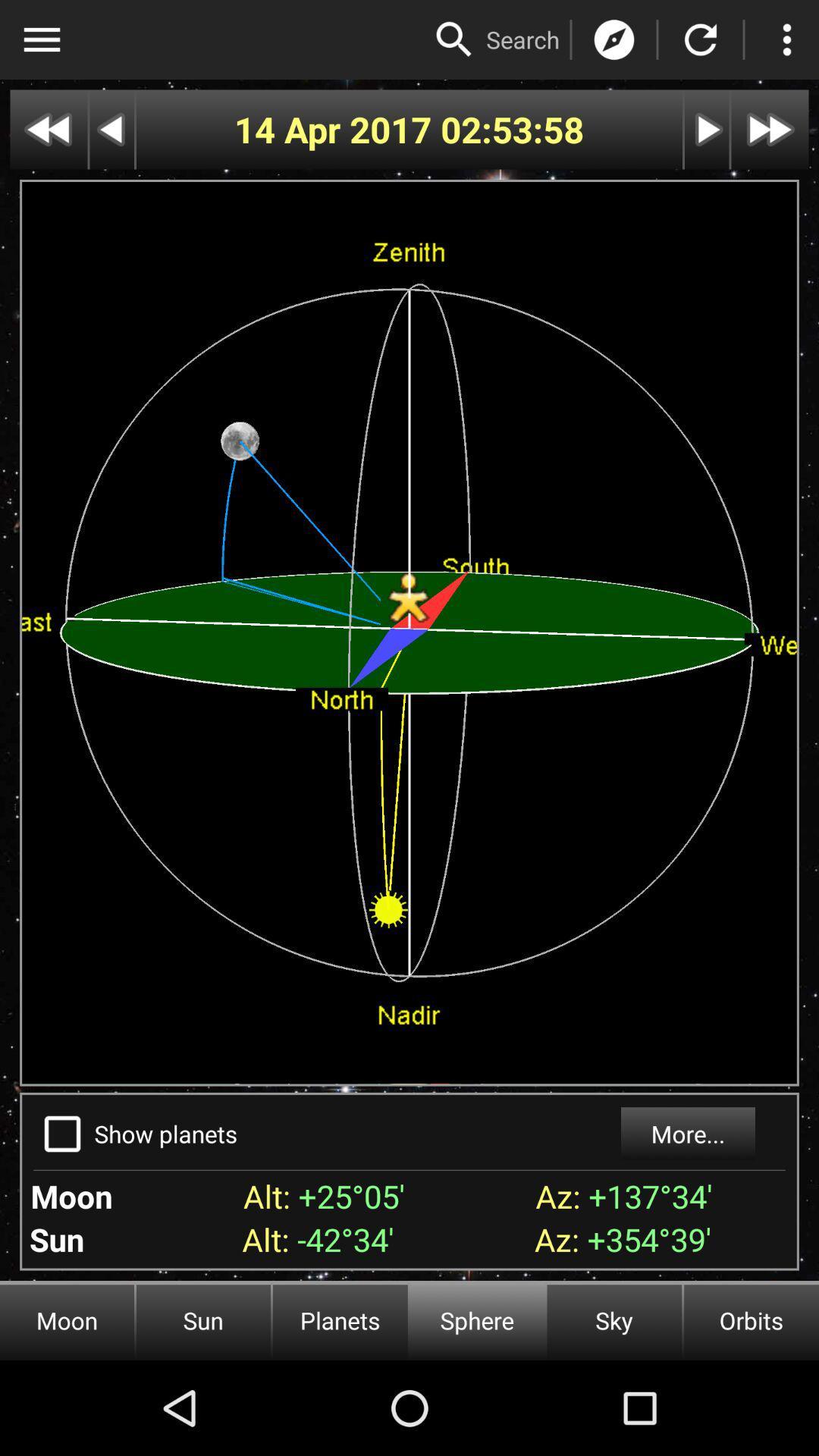  I want to click on replay selection, so click(701, 39).